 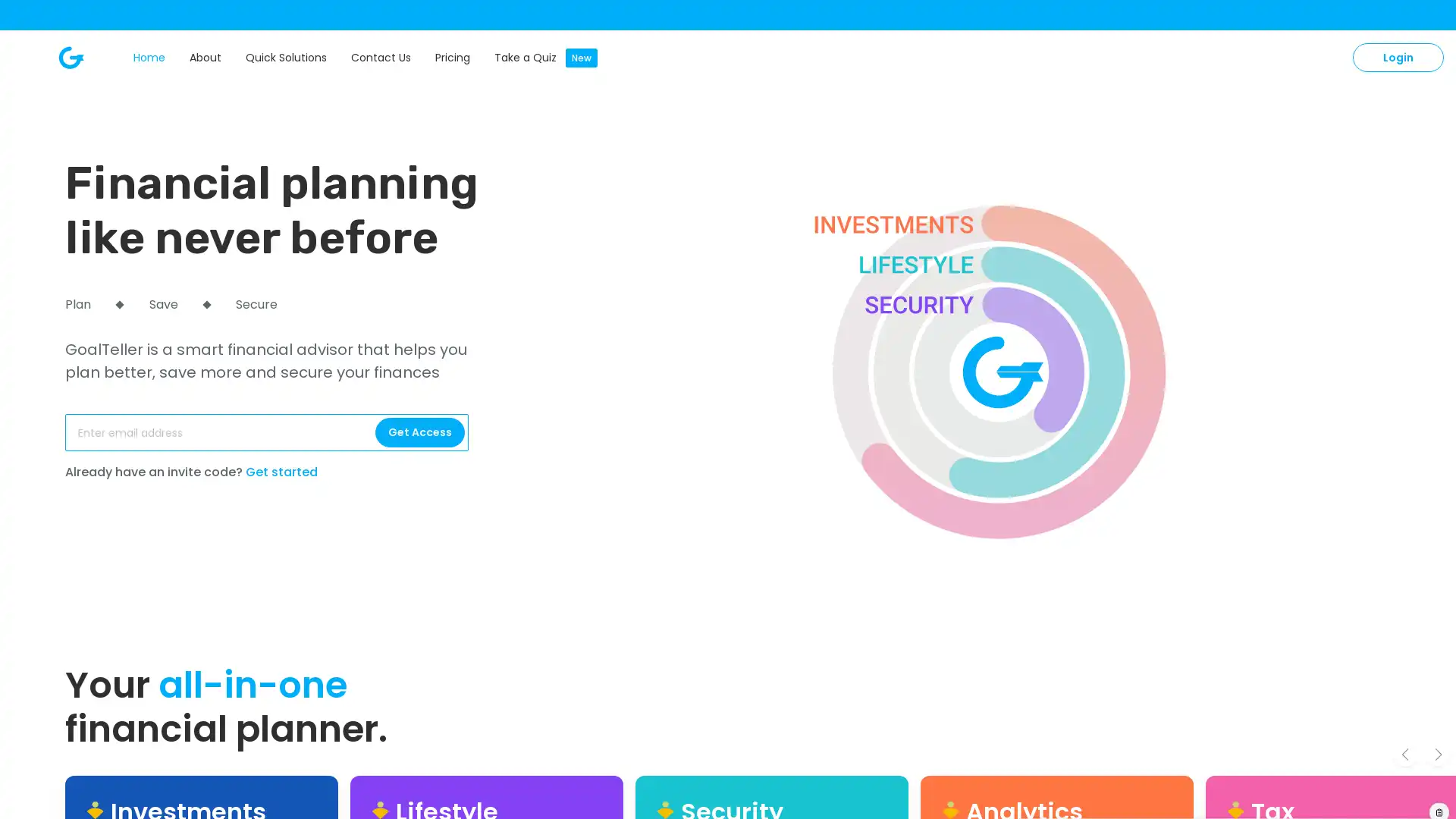 I want to click on Get Access, so click(x=419, y=432).